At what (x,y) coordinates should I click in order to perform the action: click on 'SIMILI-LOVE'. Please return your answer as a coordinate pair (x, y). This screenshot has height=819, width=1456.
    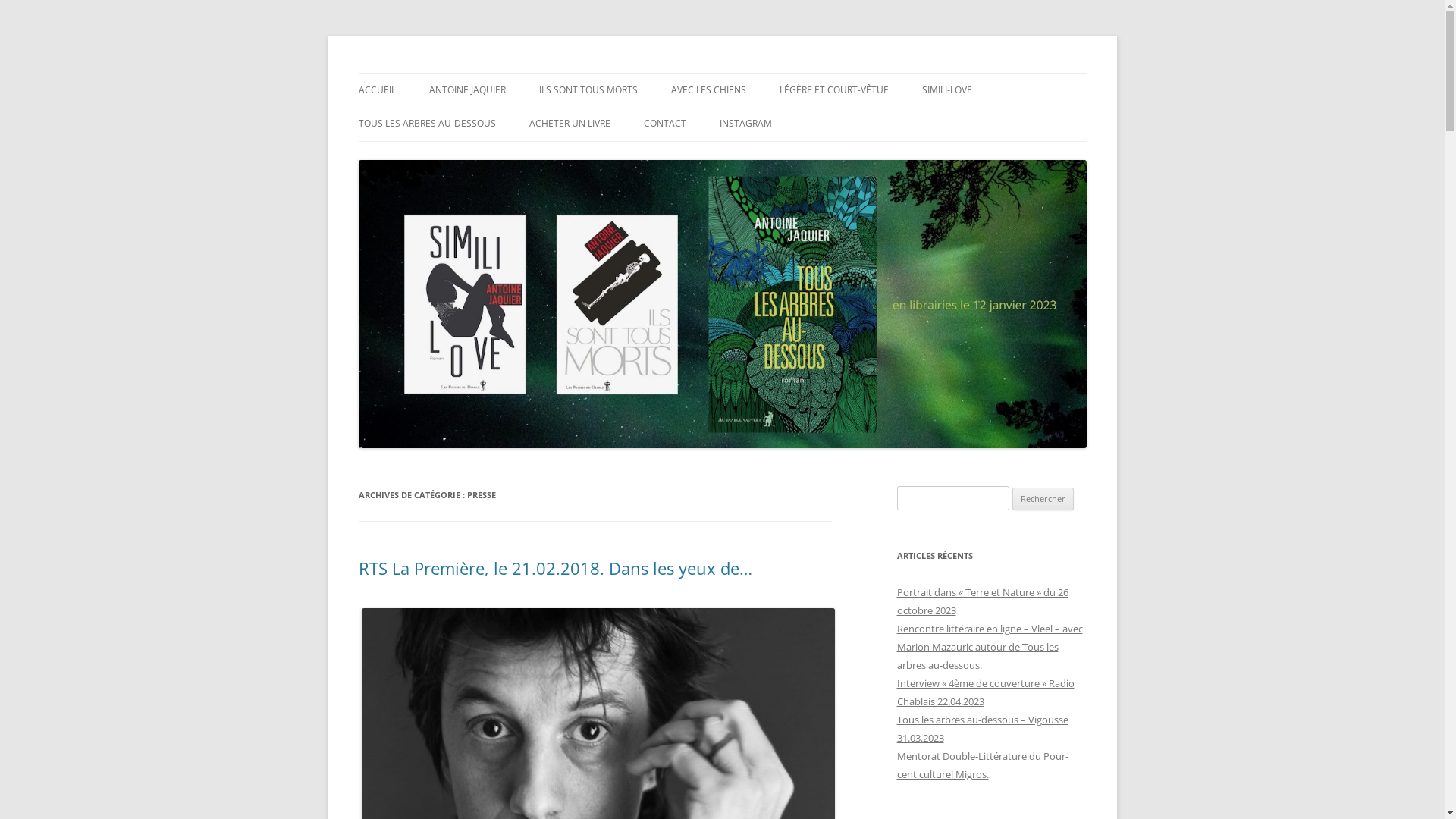
    Looking at the image, I should click on (921, 90).